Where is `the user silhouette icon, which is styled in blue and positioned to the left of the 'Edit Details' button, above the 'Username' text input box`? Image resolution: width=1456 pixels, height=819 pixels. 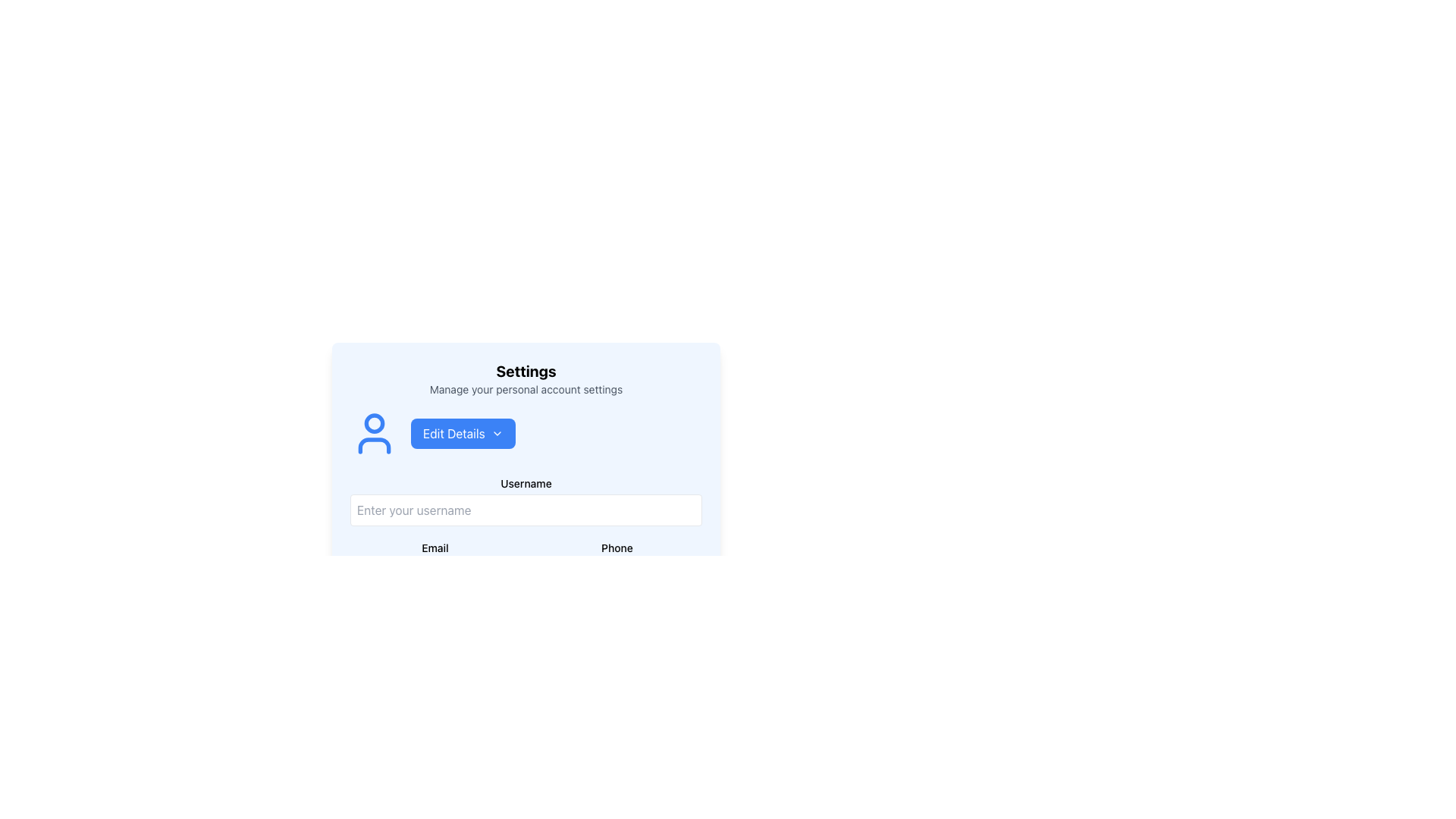 the user silhouette icon, which is styled in blue and positioned to the left of the 'Edit Details' button, above the 'Username' text input box is located at coordinates (375, 433).